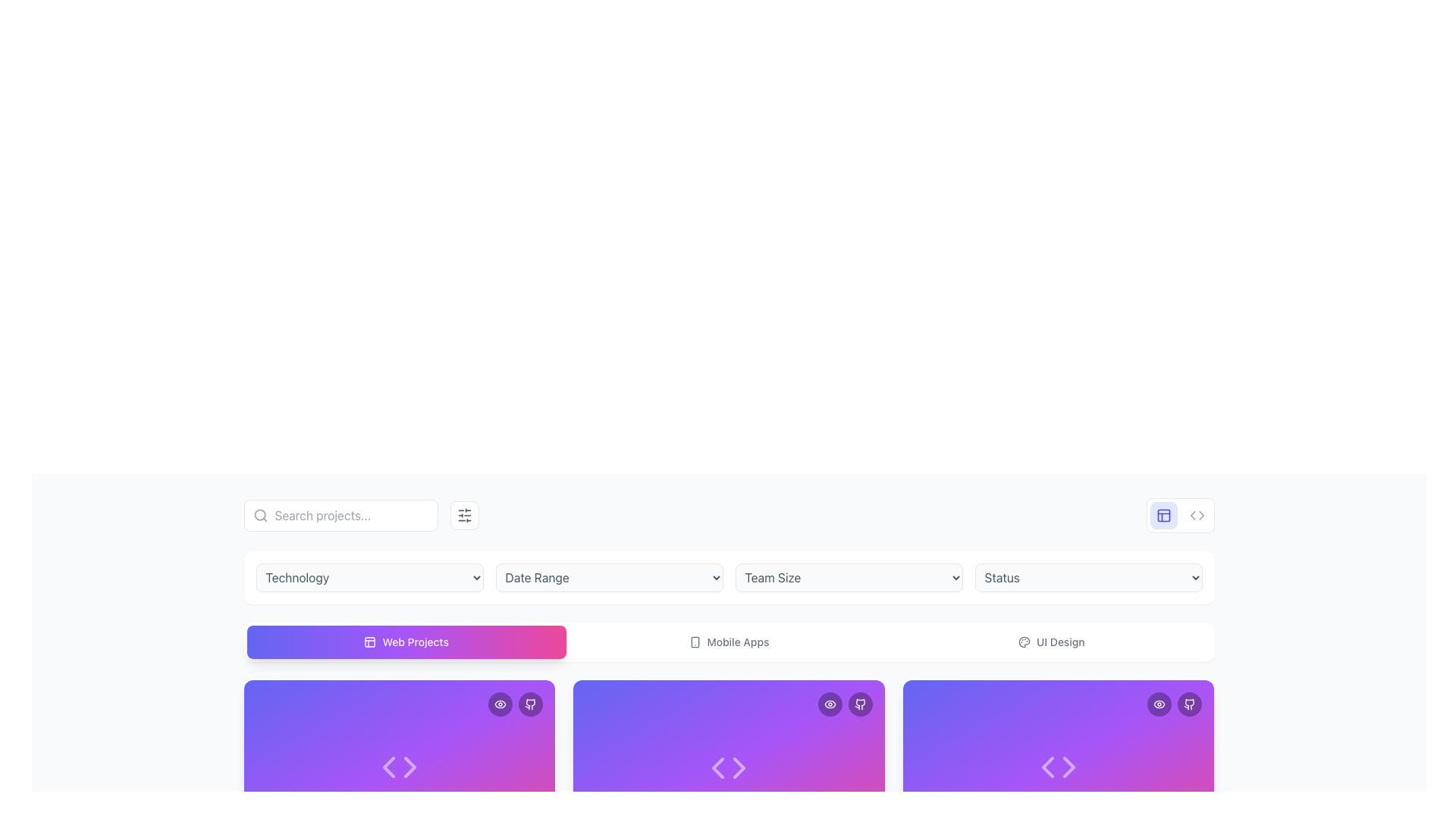 The image size is (1456, 819). I want to click on the search input field located in the top section of the interface, so click(340, 514).